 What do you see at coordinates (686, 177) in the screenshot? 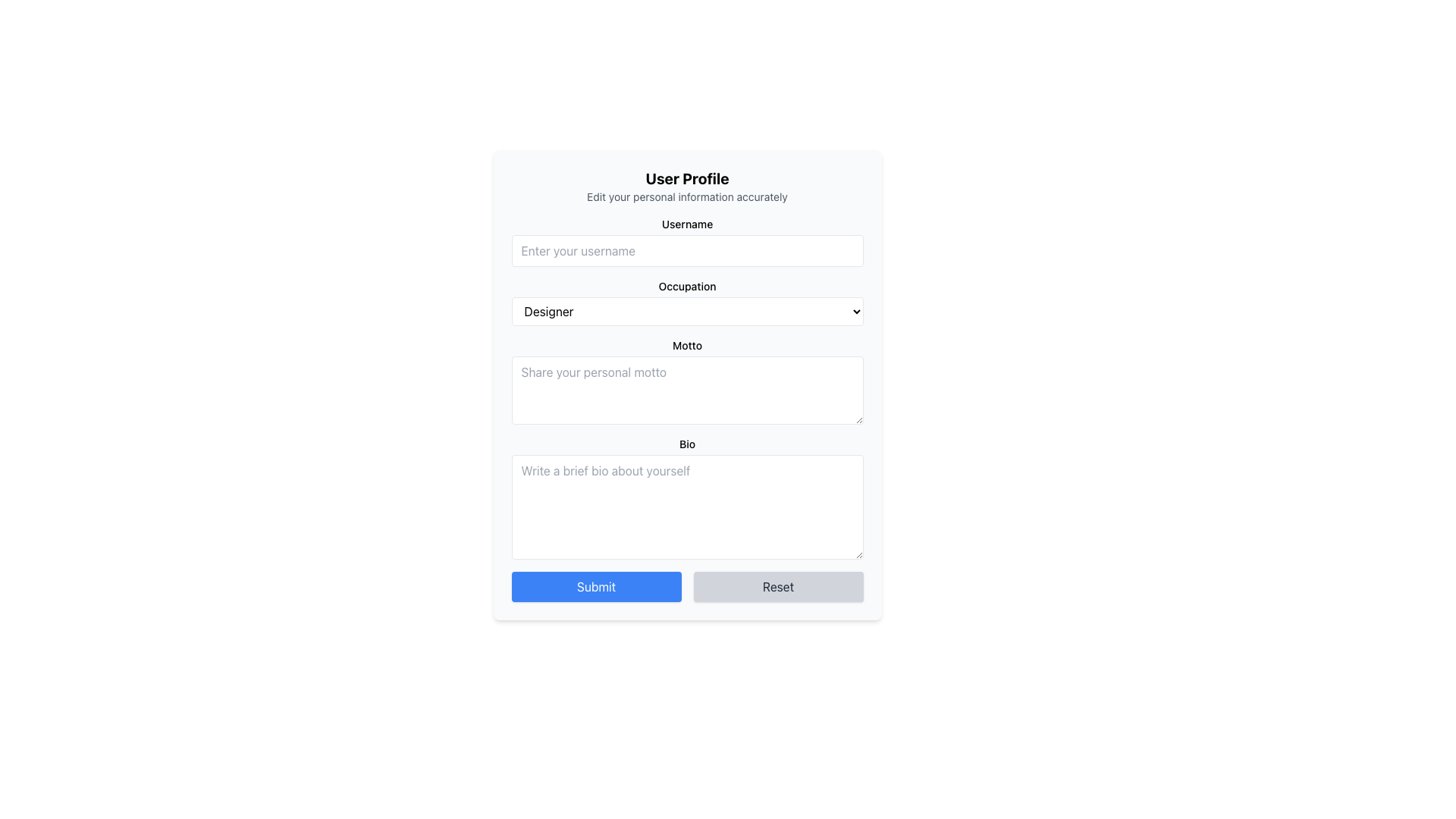
I see `the prominent header text label located at the top of the form content, which indicates the theme or purpose of the section` at bounding box center [686, 177].